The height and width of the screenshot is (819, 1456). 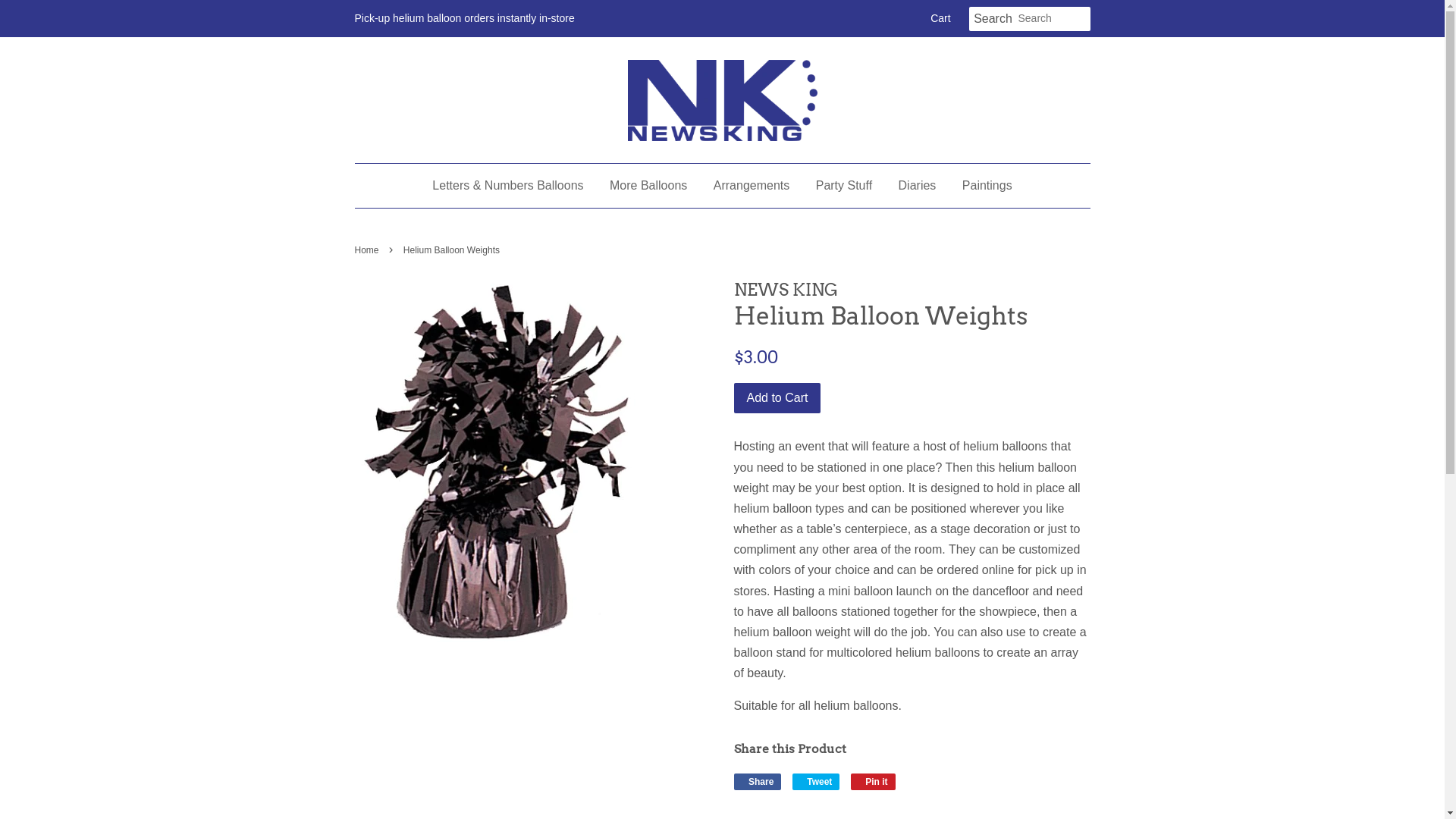 What do you see at coordinates (851, 781) in the screenshot?
I see `'Pin it` at bounding box center [851, 781].